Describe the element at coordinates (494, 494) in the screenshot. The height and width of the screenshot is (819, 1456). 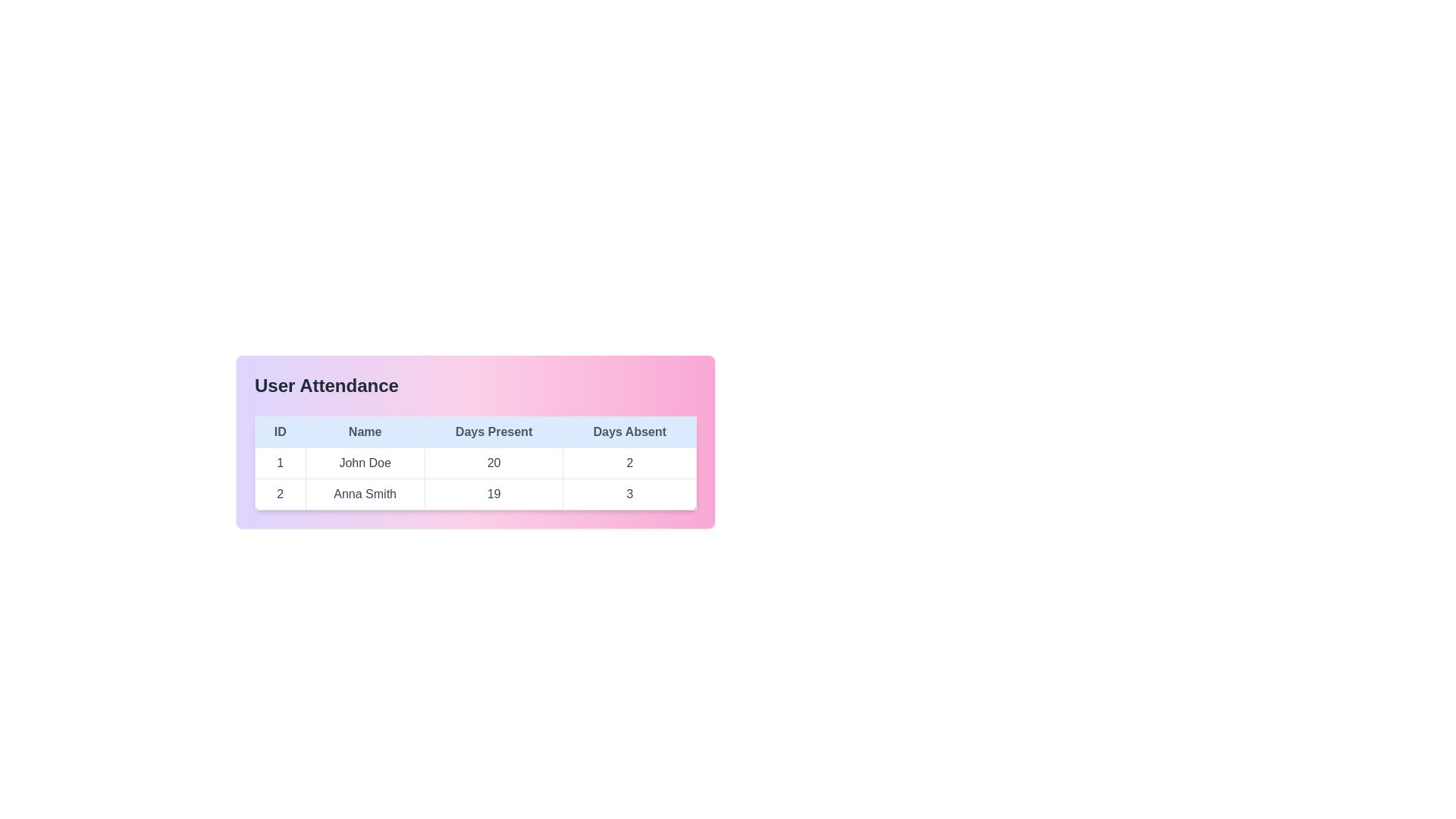
I see `the table cell containing the text '19', which is the third cell in the second row under the 'Days Present' column` at that location.